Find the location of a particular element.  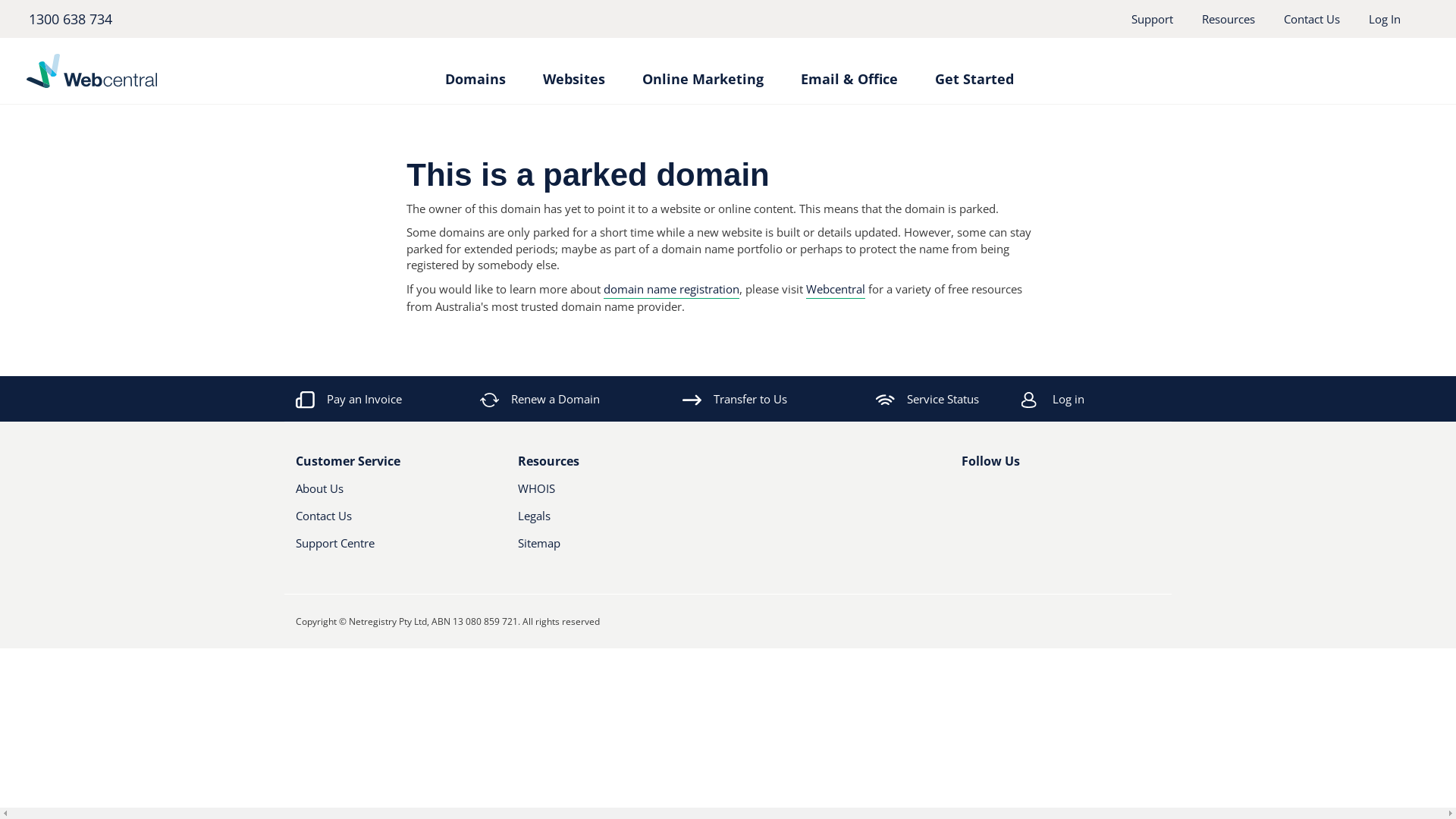

'Pay an Invoice' is located at coordinates (348, 397).